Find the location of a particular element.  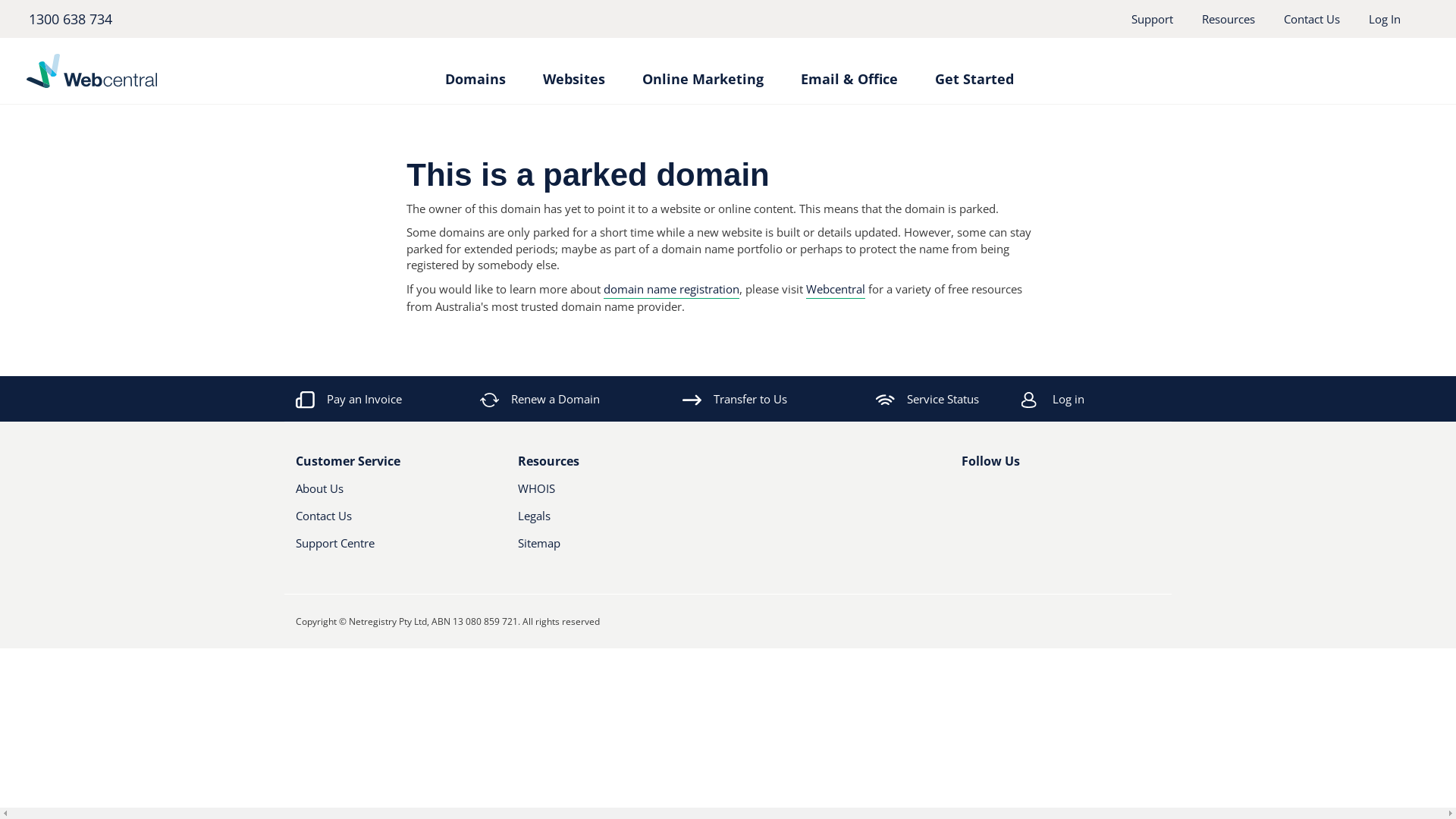

'Pay an Invoice' is located at coordinates (348, 397).